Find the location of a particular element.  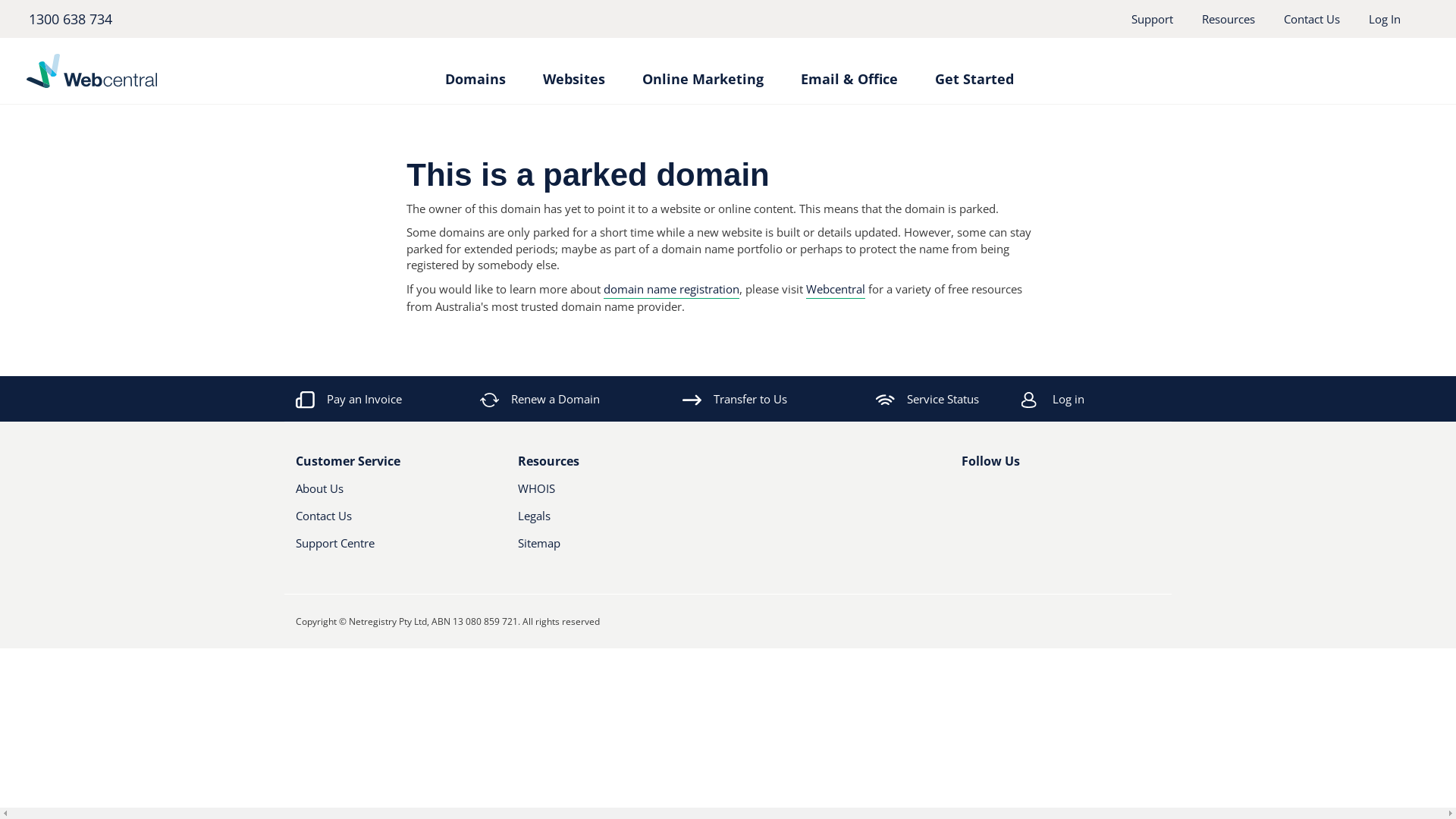

'Pay an Invoice' is located at coordinates (348, 397).